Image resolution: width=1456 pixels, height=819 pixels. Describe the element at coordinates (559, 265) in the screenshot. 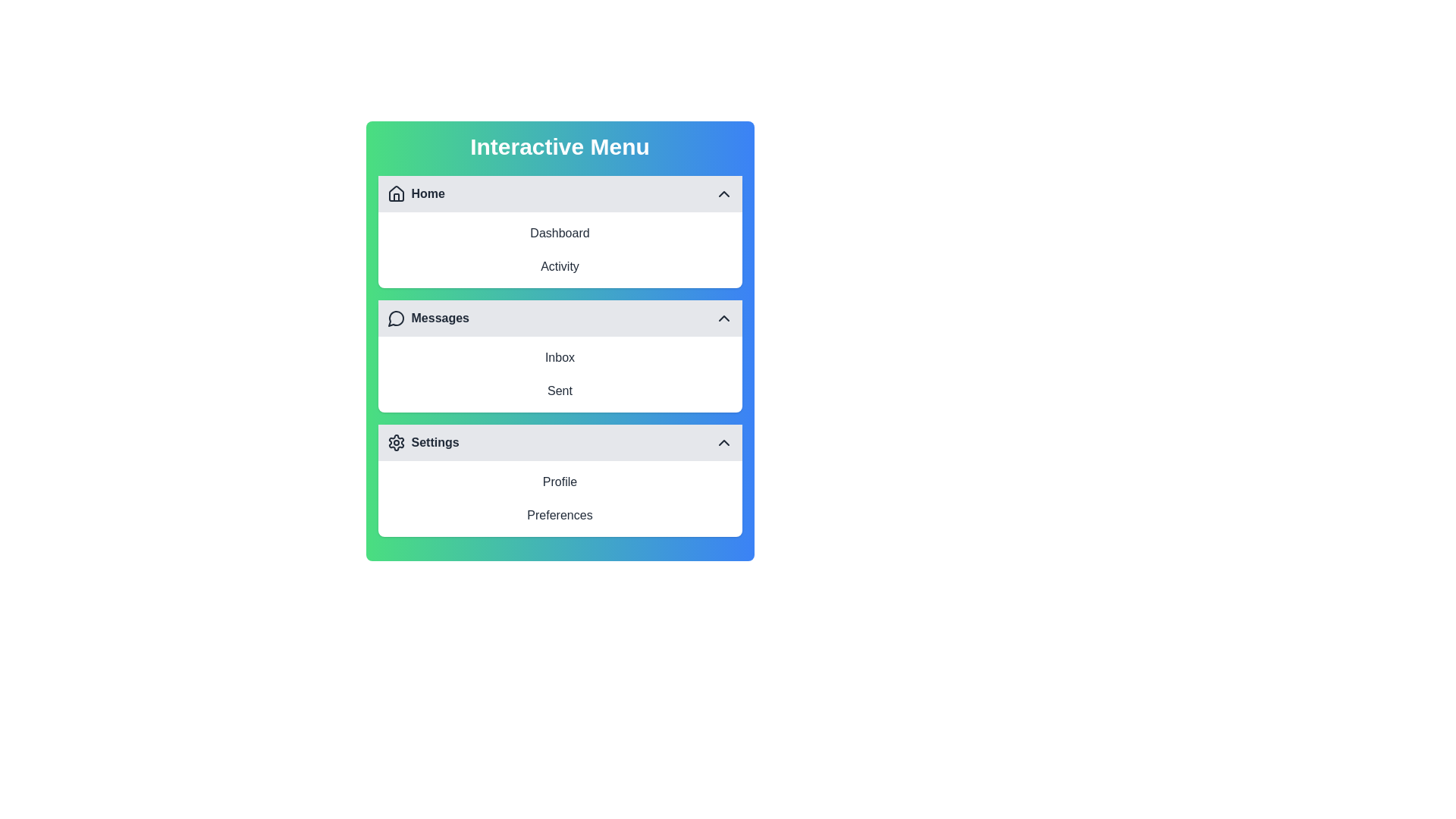

I see `the menu item corresponding to Activity to select it` at that location.